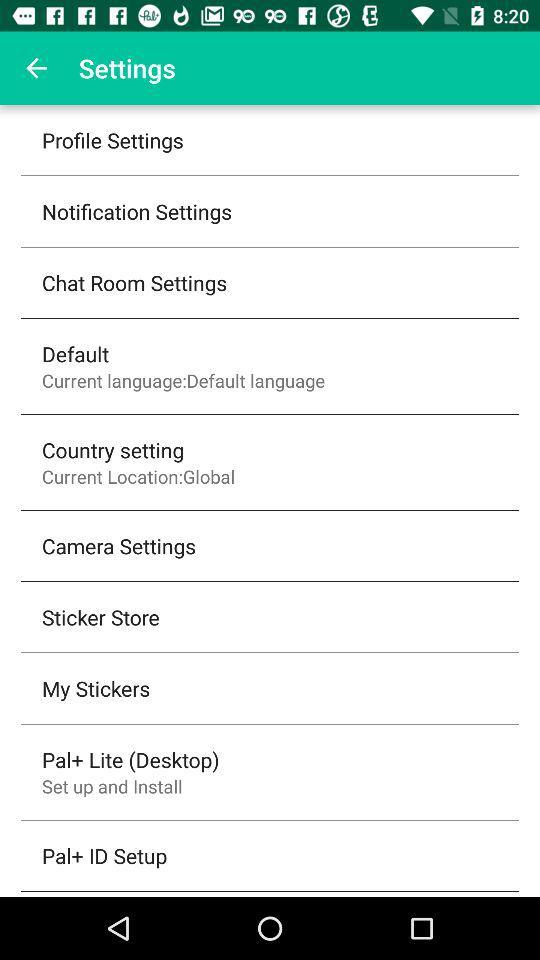 This screenshot has height=960, width=540. Describe the element at coordinates (112, 139) in the screenshot. I see `item above notification settings` at that location.